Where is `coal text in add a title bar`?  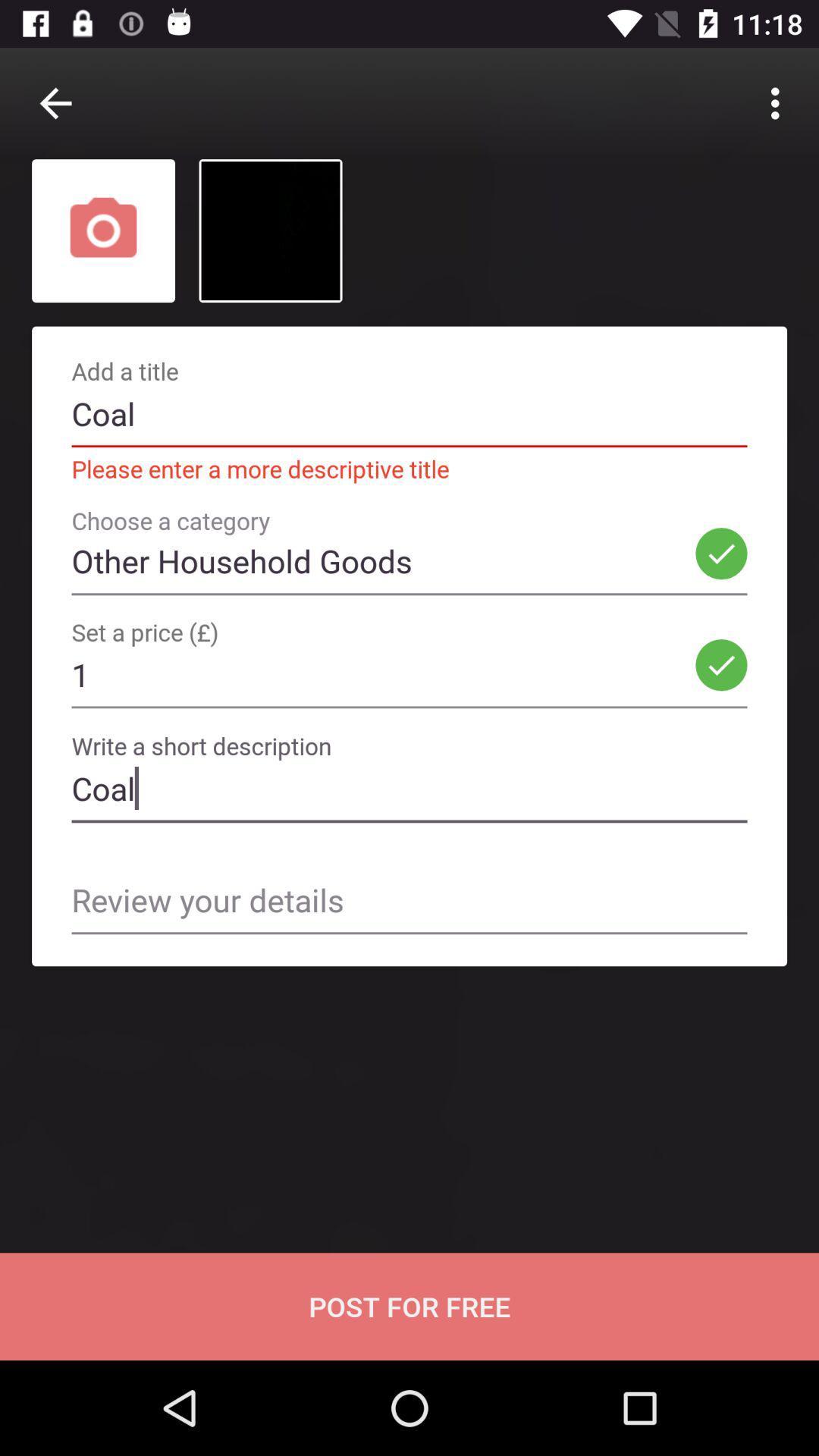
coal text in add a title bar is located at coordinates (409, 414).